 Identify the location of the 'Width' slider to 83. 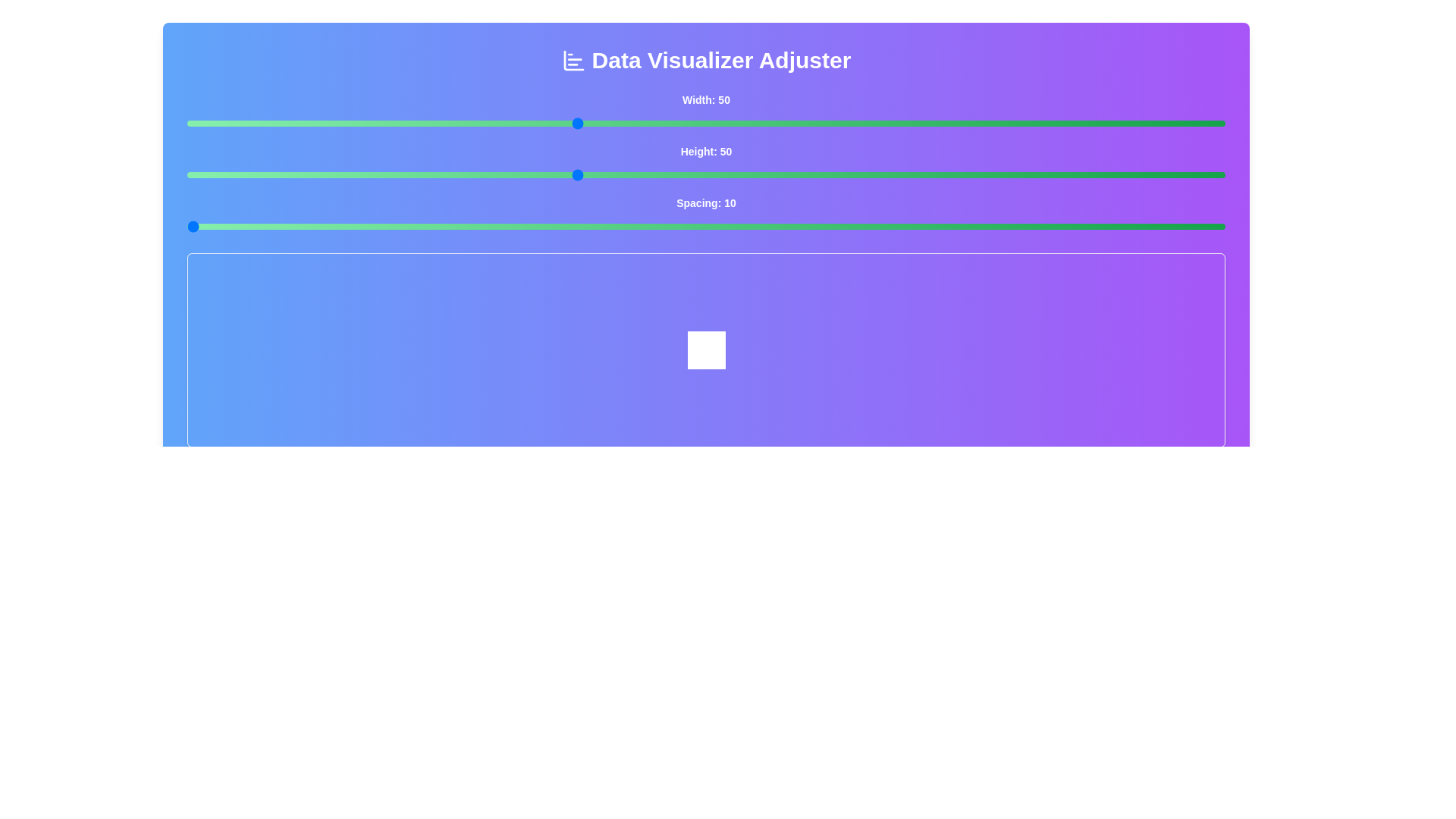
(1005, 122).